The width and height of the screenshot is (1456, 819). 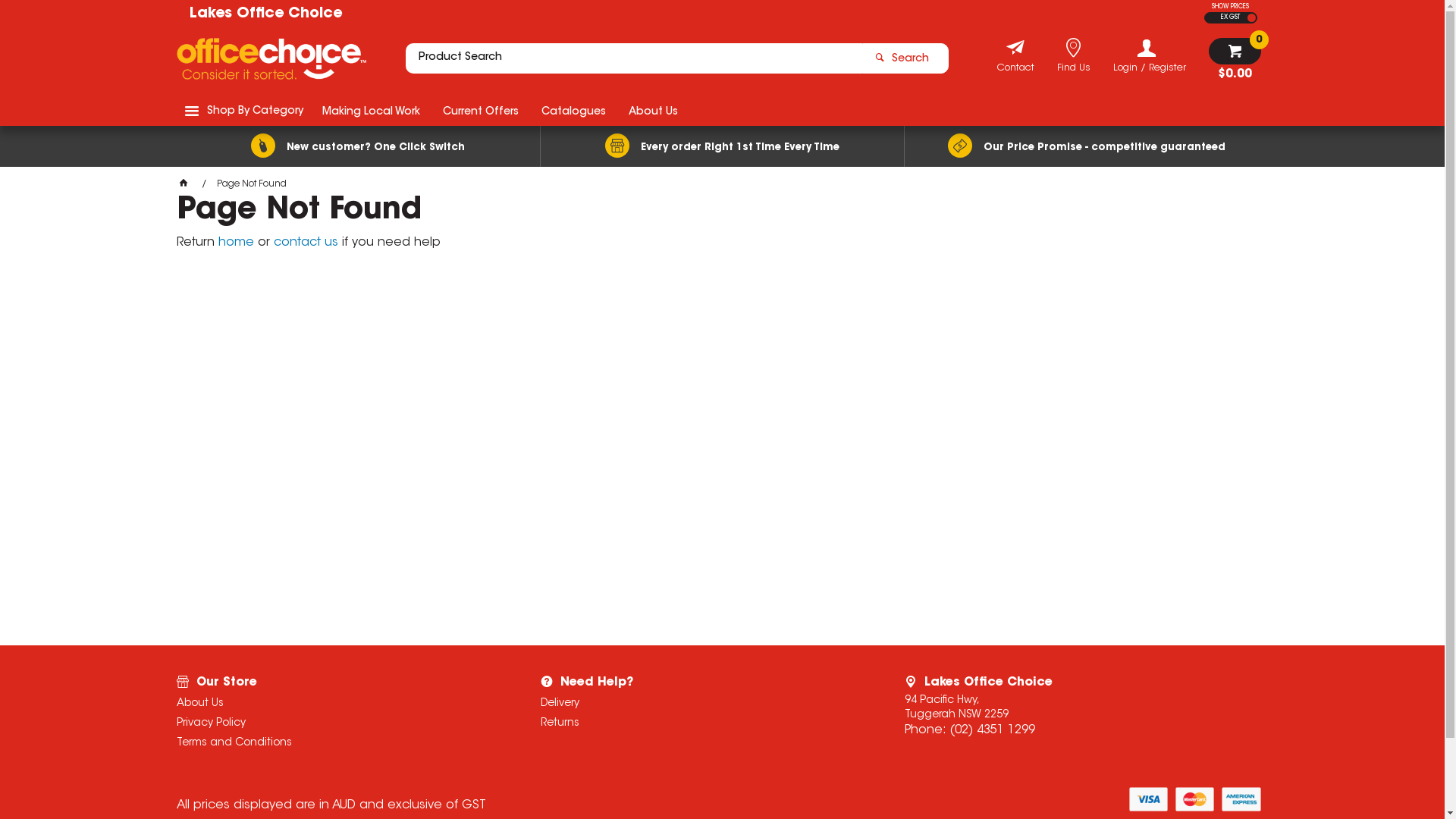 I want to click on 'contact us', so click(x=304, y=242).